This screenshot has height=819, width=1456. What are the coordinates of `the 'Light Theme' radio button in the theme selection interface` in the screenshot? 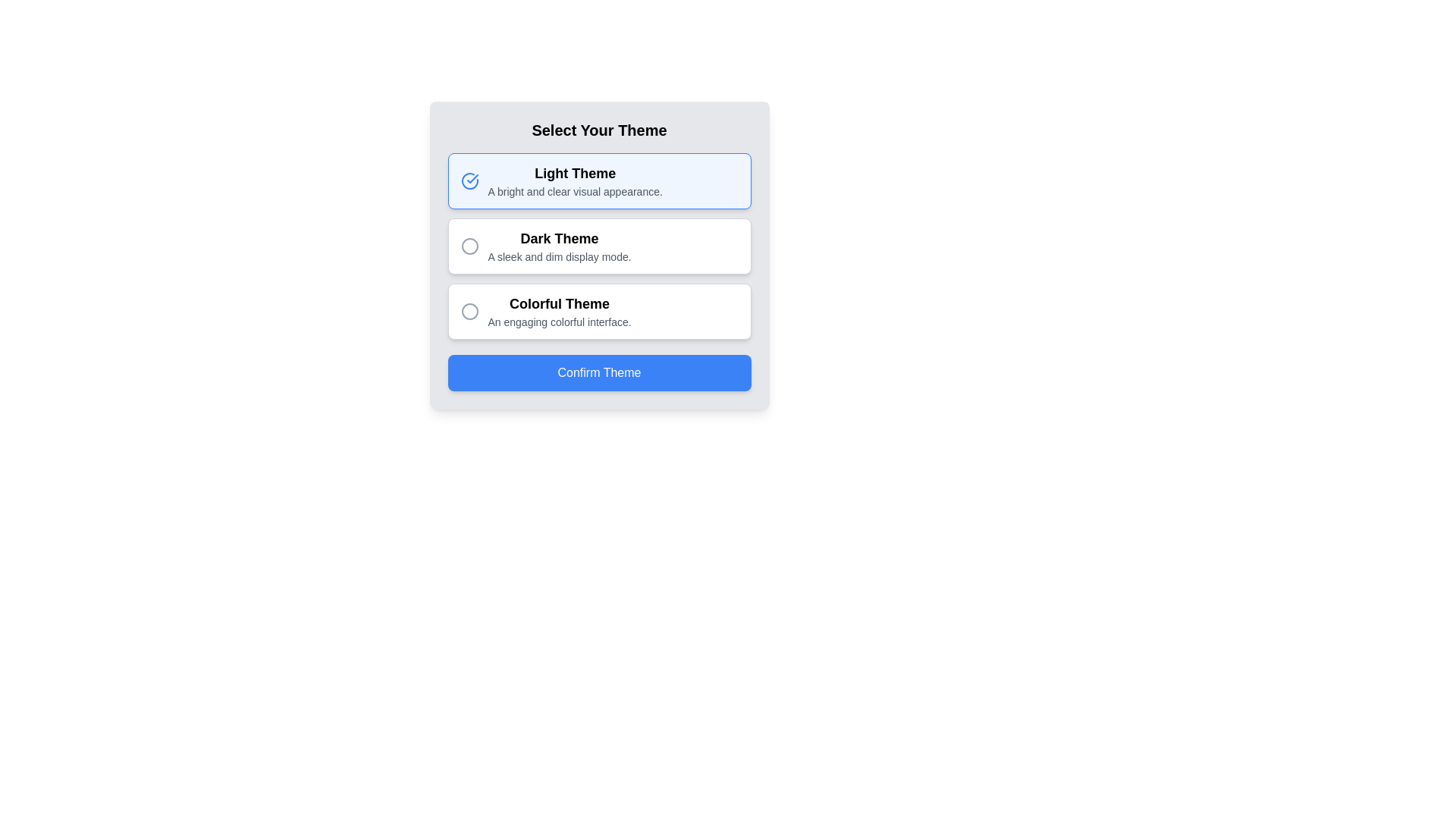 It's located at (598, 180).